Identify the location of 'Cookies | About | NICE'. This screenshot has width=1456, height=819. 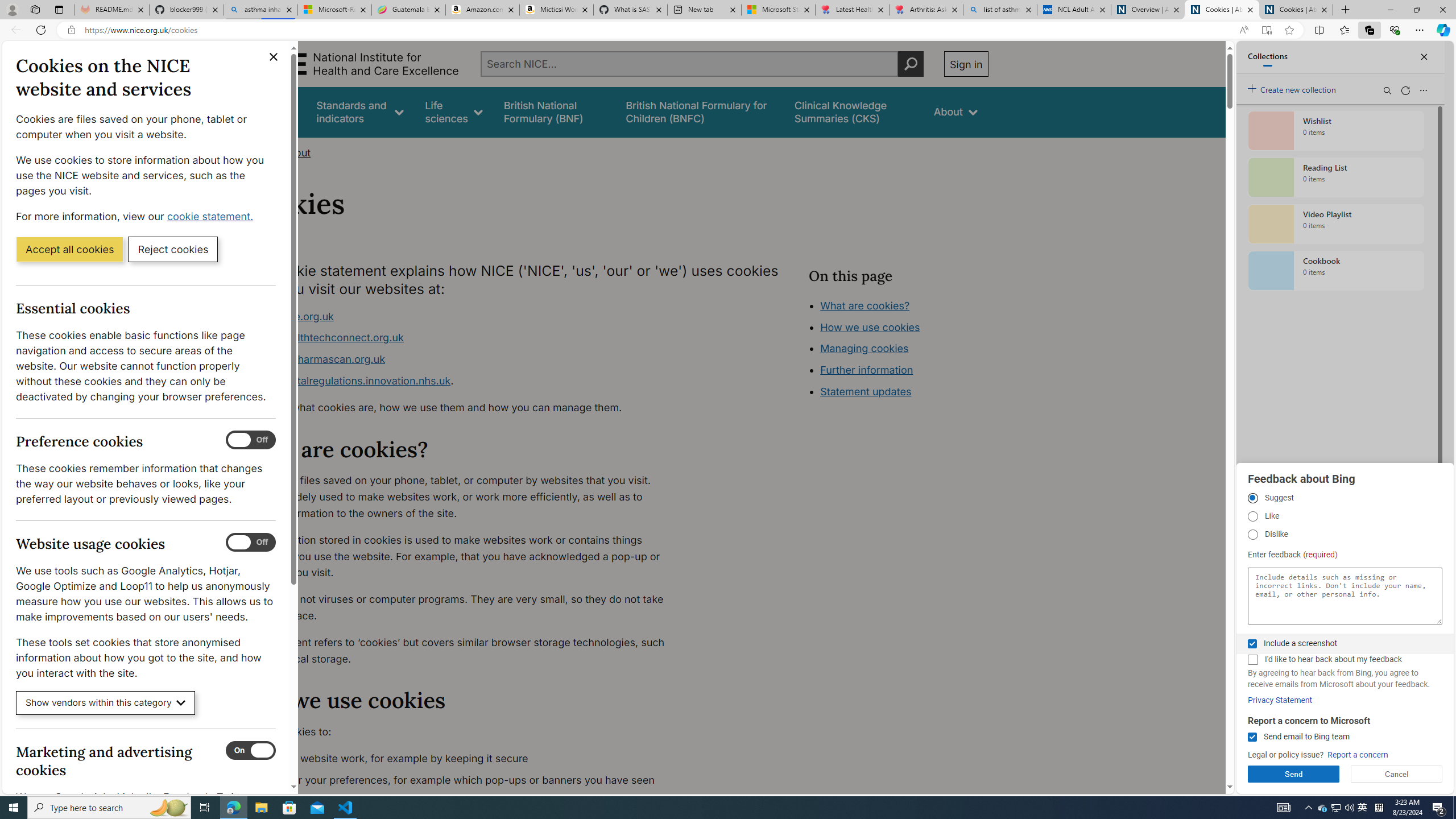
(1296, 9).